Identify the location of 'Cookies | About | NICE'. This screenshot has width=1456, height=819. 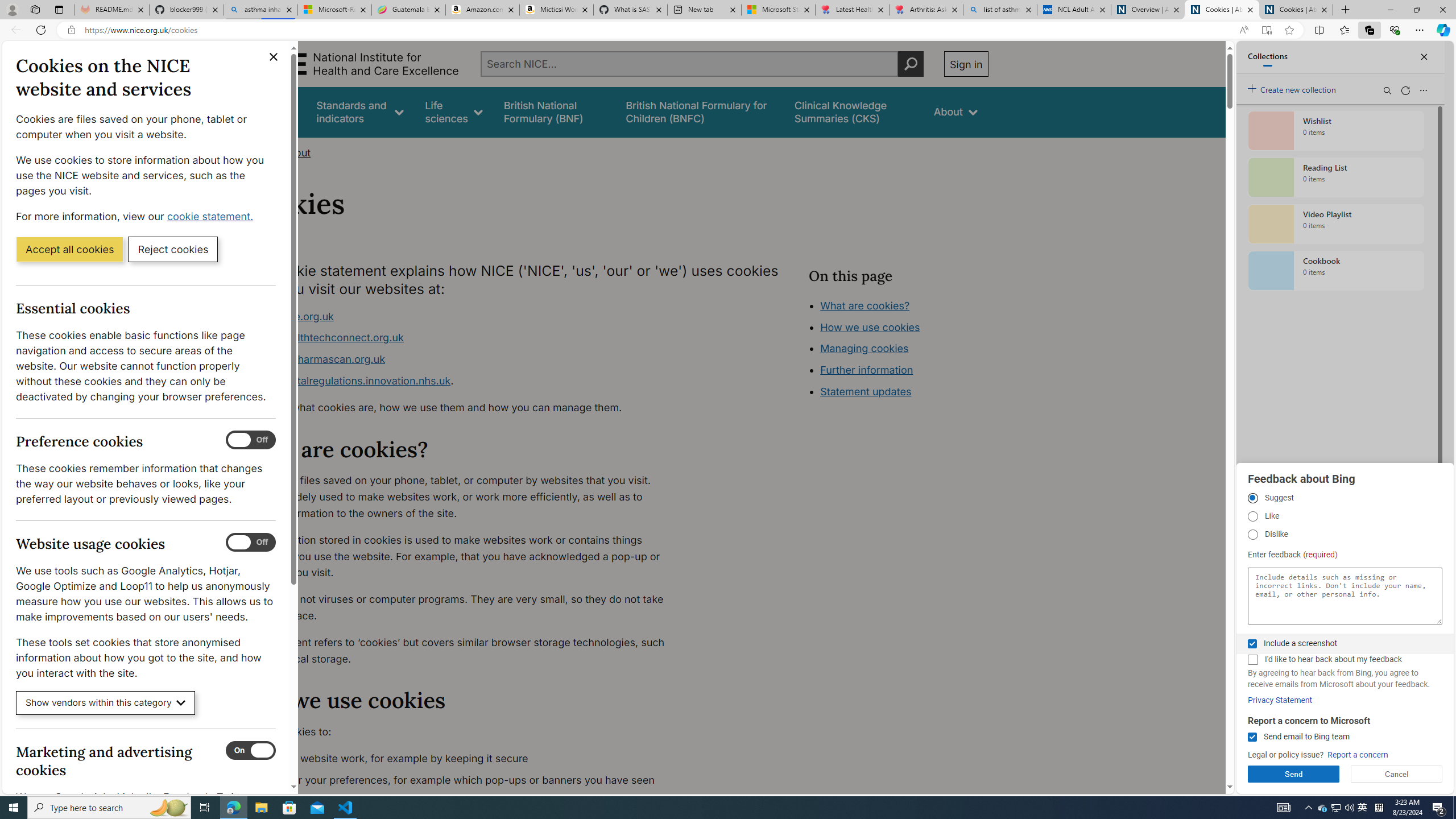
(1296, 9).